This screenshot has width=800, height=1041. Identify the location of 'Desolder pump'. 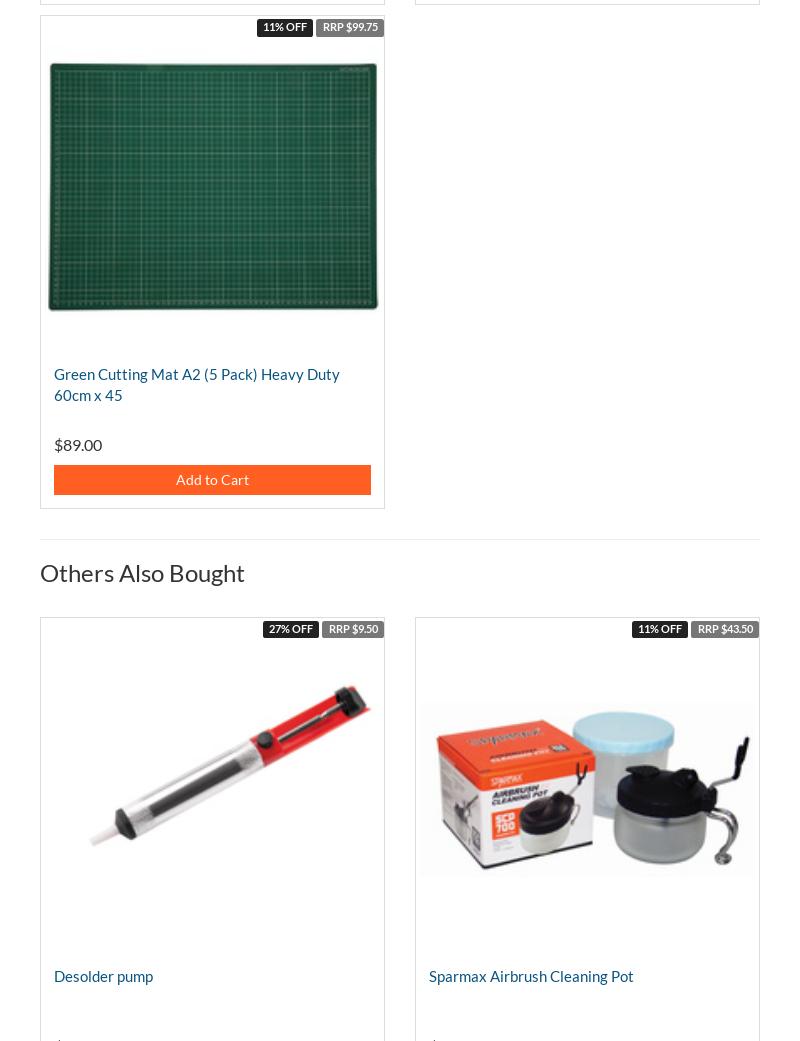
(102, 975).